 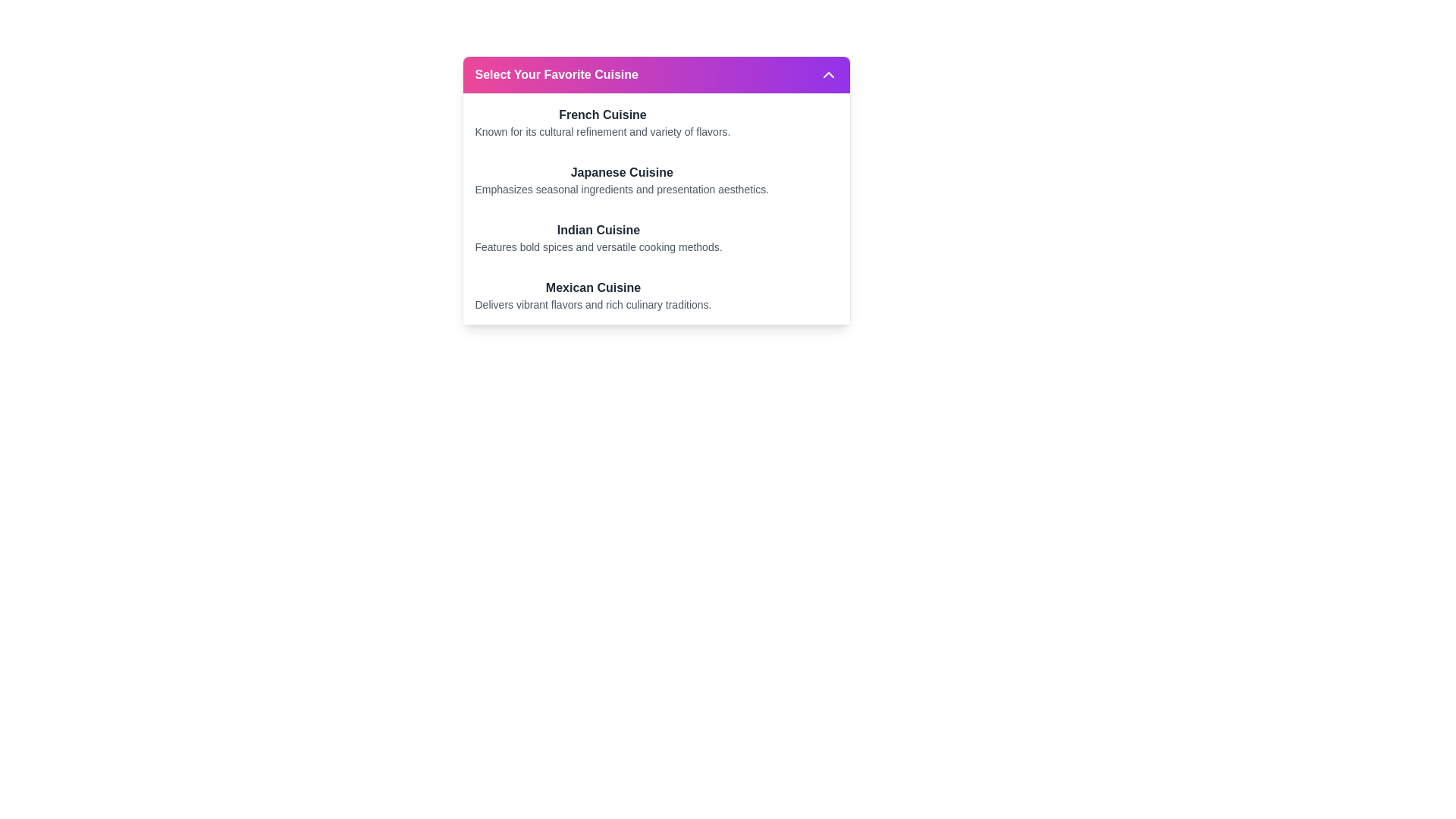 I want to click on the upward-pointing chevron icon located at the far-right end of the purple bar labeled 'Select Your Favorite Cuisine', so click(x=827, y=75).